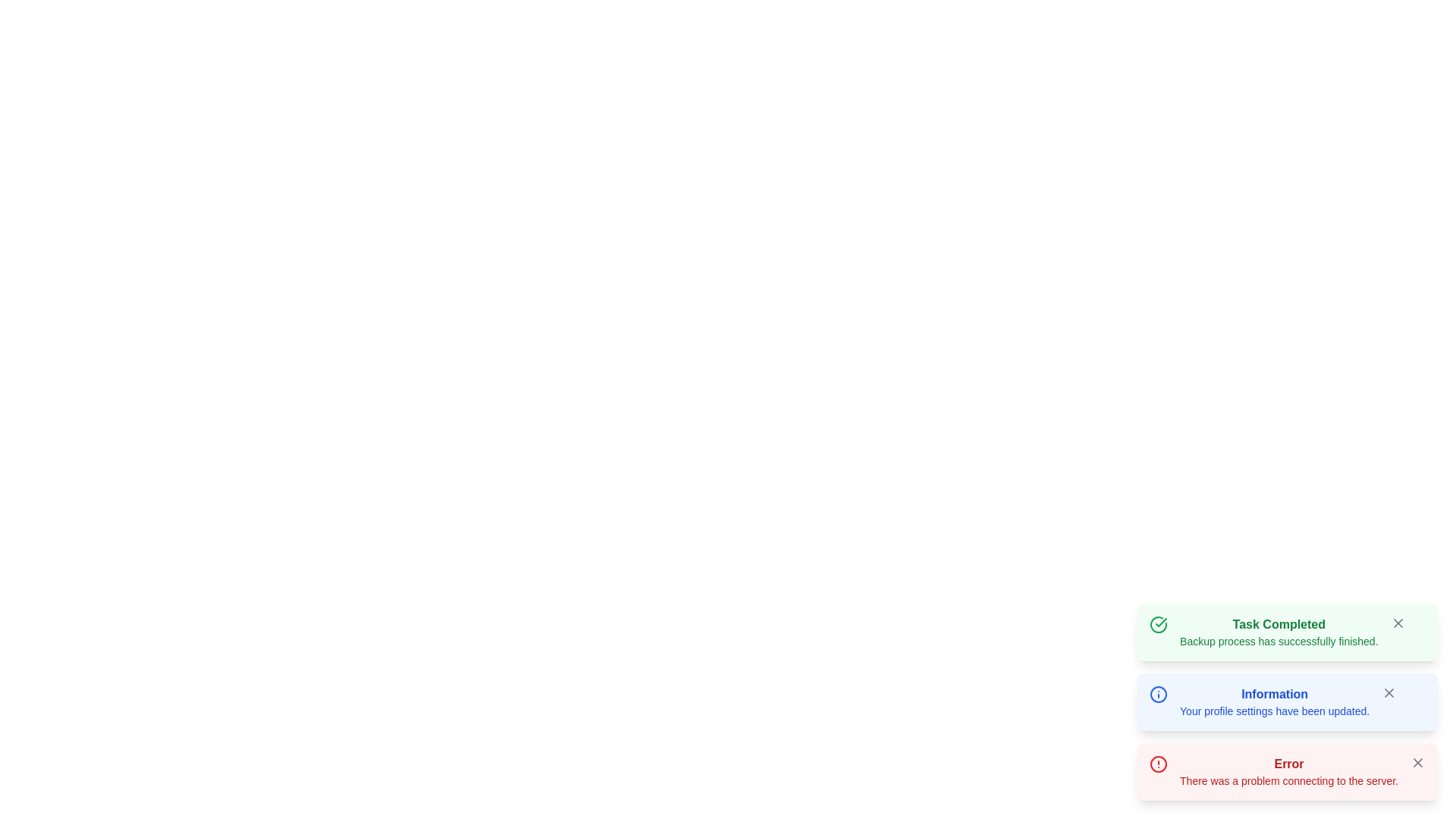 Image resolution: width=1456 pixels, height=819 pixels. Describe the element at coordinates (1158, 694) in the screenshot. I see `the small circular information icon with a blue outline located on the left side of the 'Information' notification message, preceding the title 'Information'` at that location.